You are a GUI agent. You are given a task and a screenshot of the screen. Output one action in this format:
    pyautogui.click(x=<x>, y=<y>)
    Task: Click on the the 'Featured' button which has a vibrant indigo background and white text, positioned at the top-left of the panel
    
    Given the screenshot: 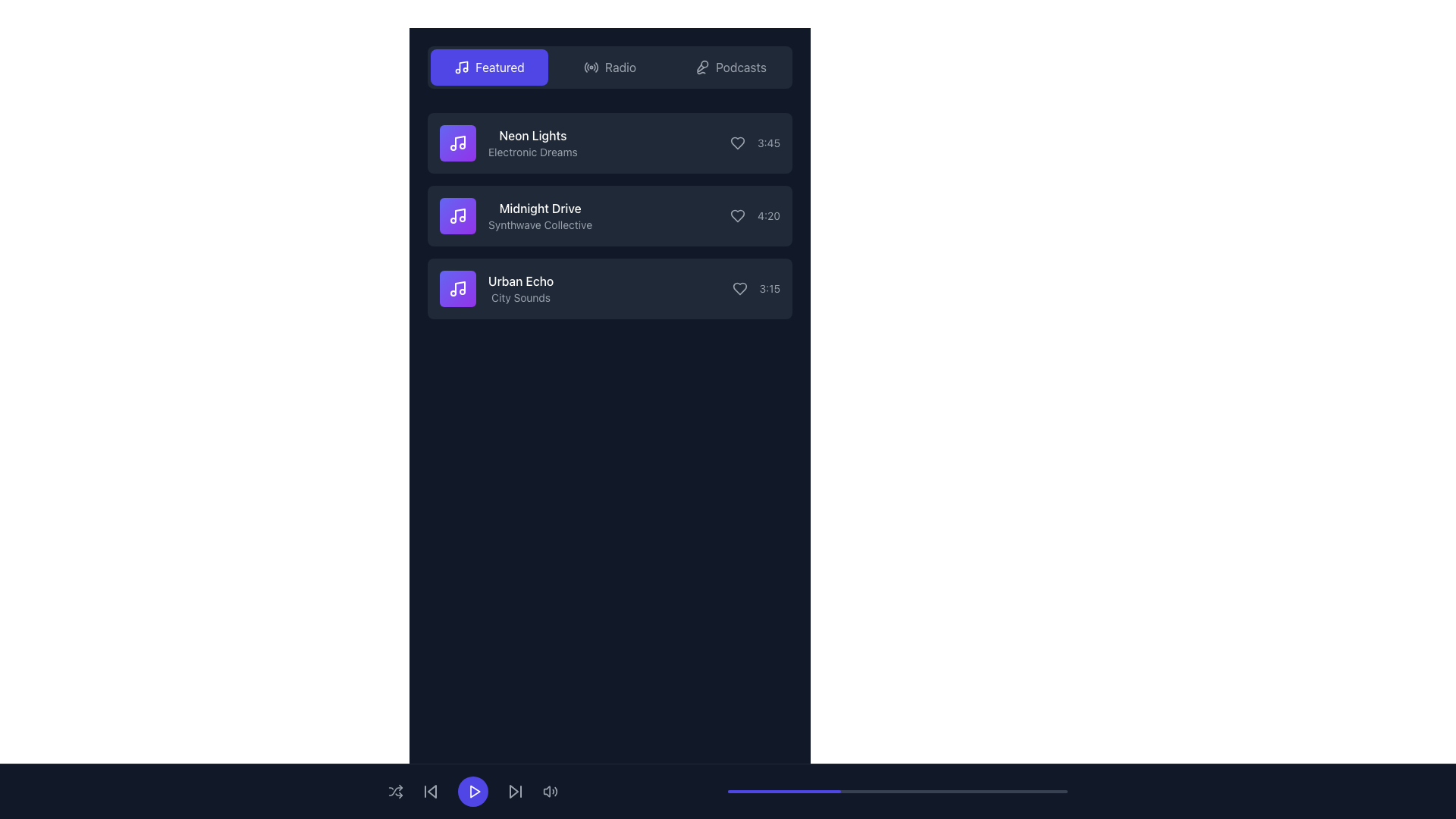 What is the action you would take?
    pyautogui.click(x=489, y=66)
    